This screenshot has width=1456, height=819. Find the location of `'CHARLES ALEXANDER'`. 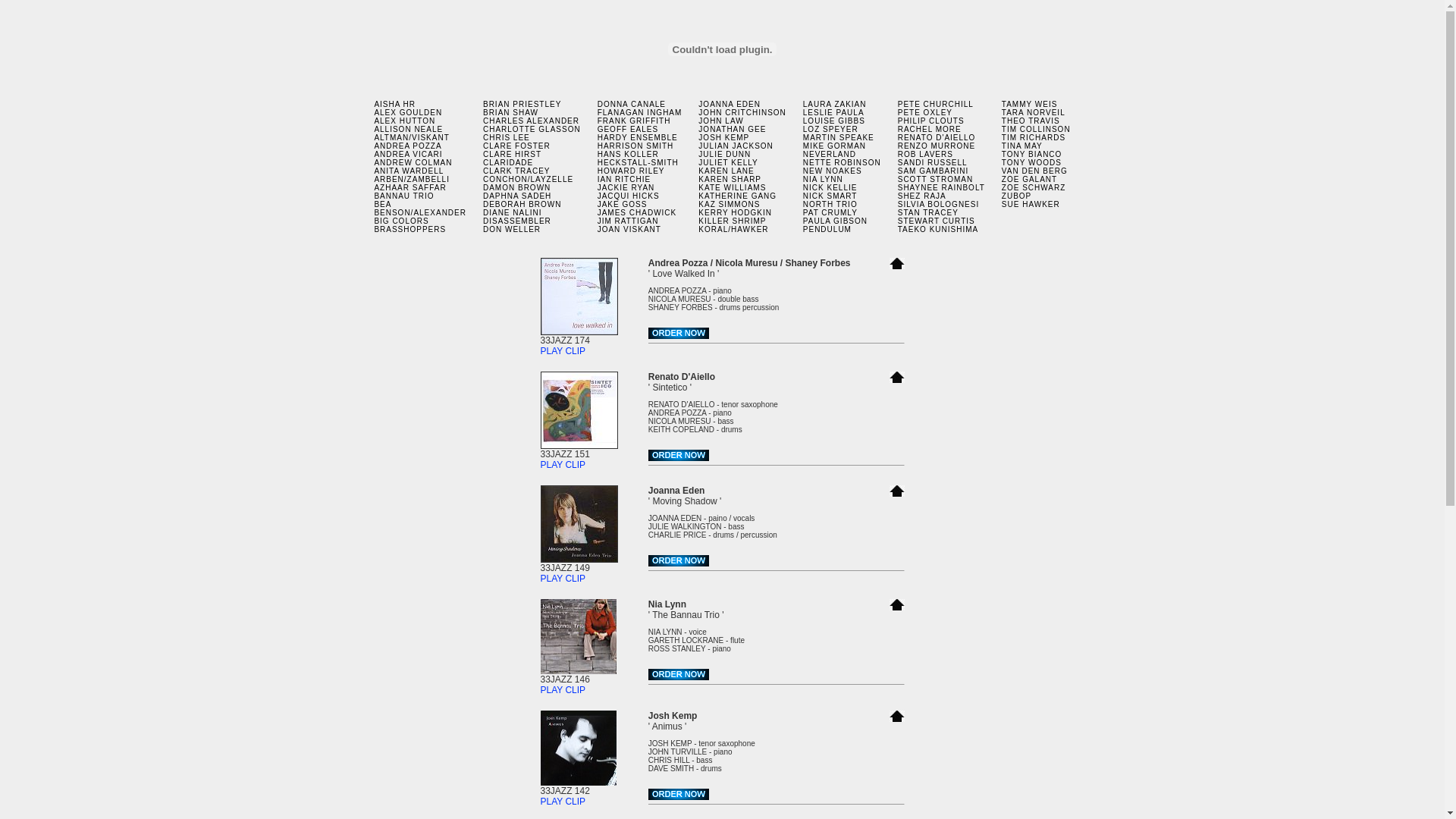

'CHARLES ALEXANDER' is located at coordinates (531, 120).